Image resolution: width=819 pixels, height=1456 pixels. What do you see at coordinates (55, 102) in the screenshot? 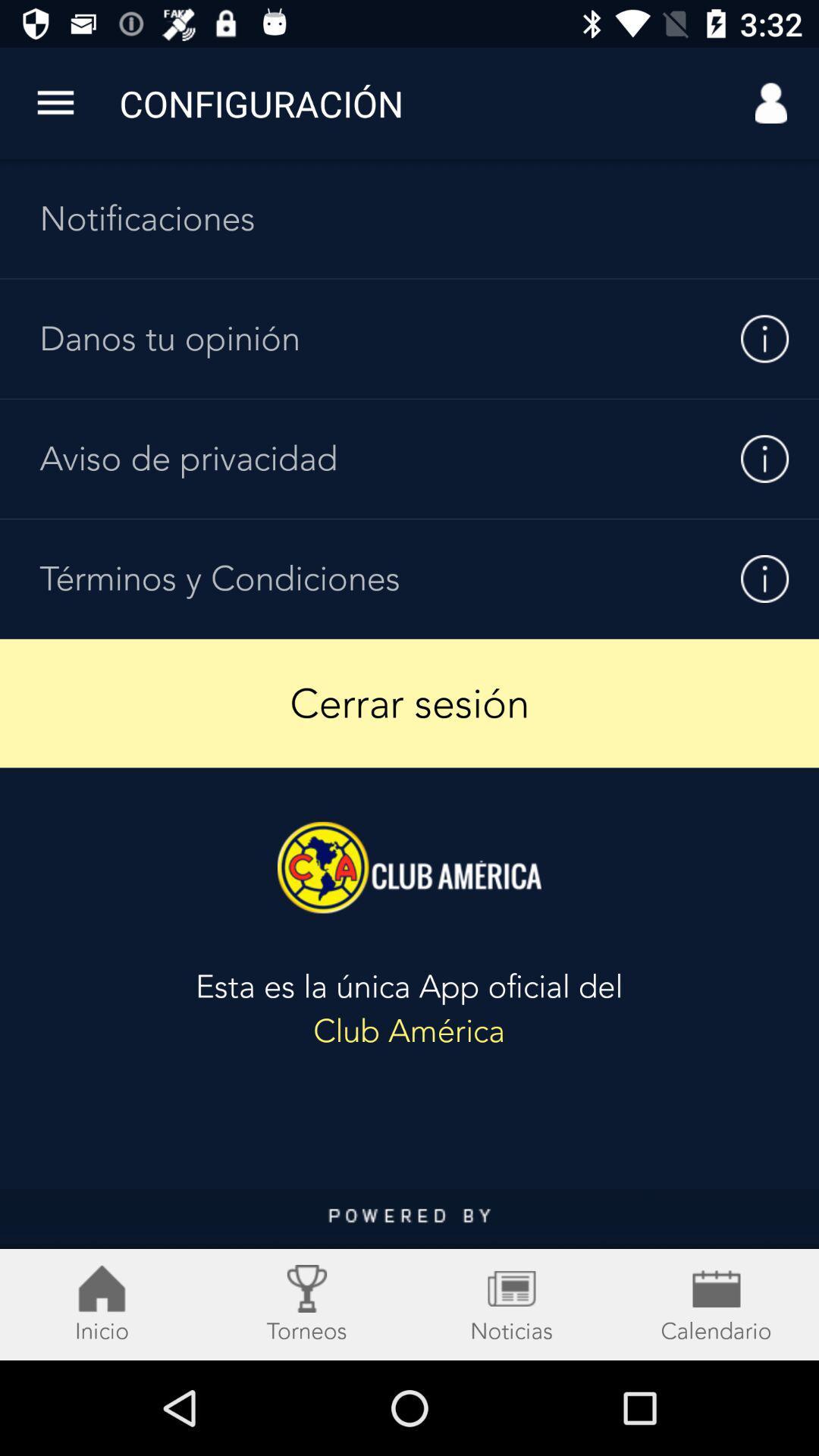
I see `open menu` at bounding box center [55, 102].